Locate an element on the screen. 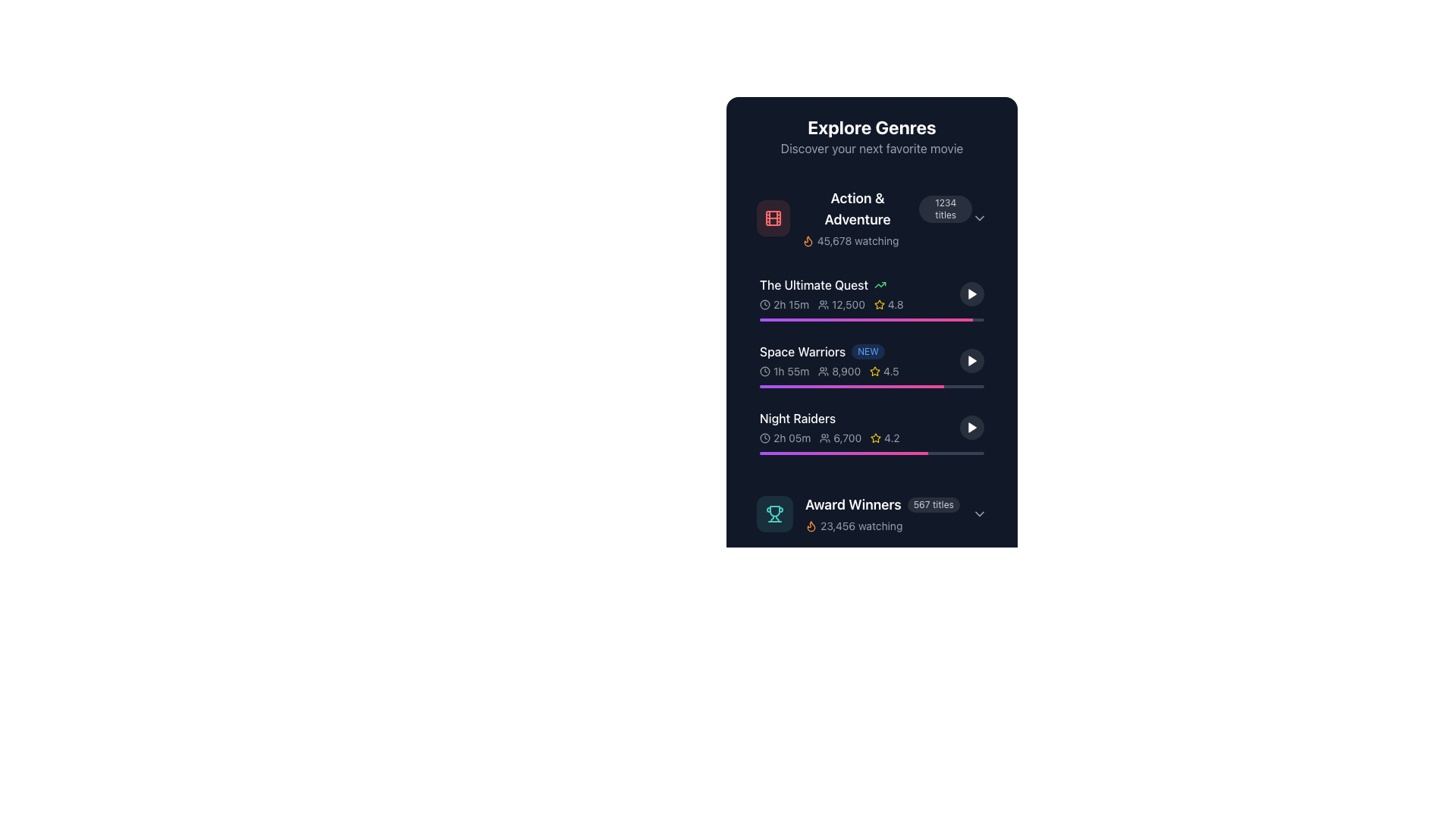 This screenshot has width=1456, height=819. the rating star of the second movie entry in the 'Action & Adventure' list, which allows the user is located at coordinates (872, 360).